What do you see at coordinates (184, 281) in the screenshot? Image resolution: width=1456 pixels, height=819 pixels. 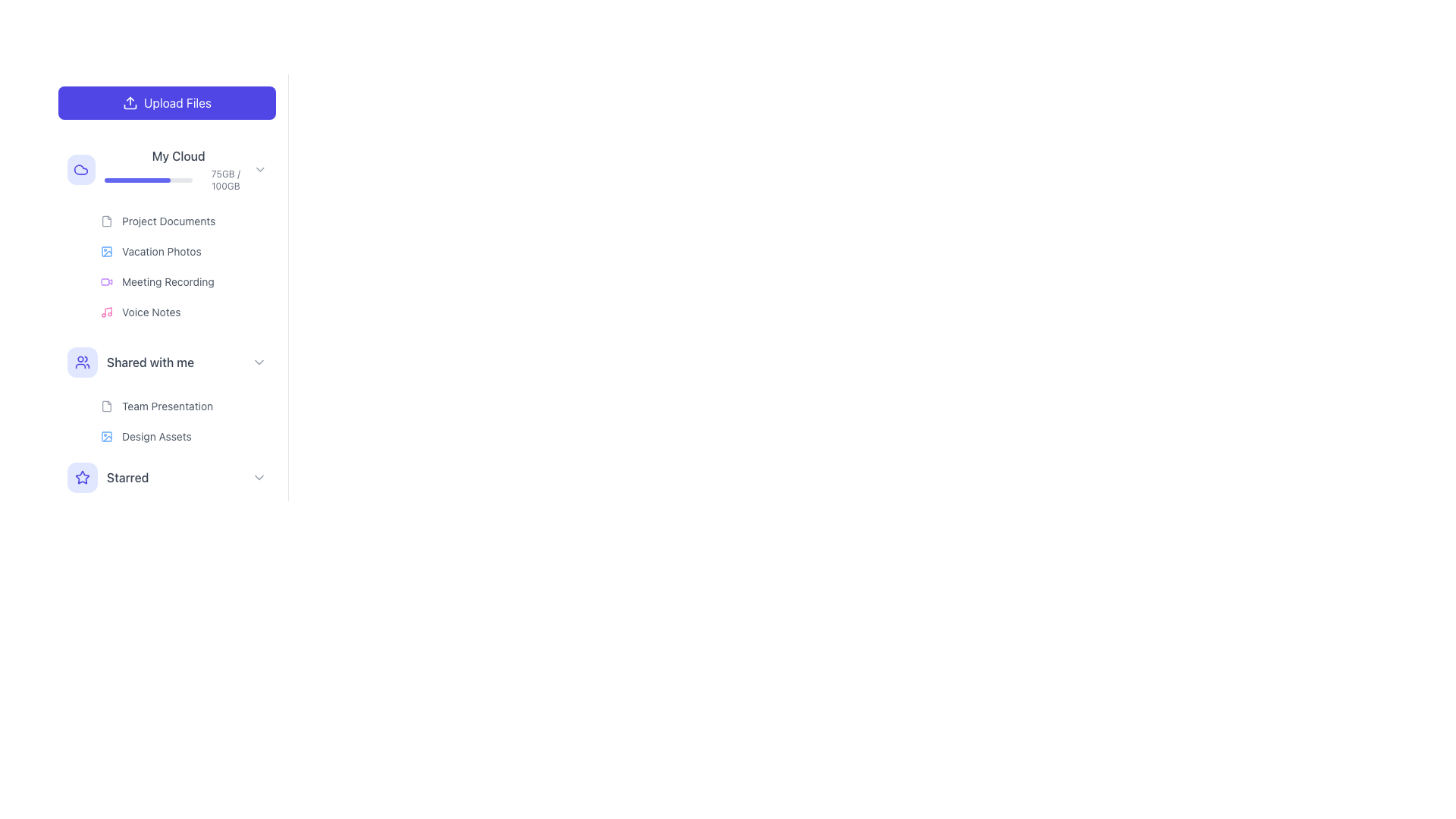 I see `the list item labeled 'Meeting Recording' in the 'My Cloud' section` at bounding box center [184, 281].